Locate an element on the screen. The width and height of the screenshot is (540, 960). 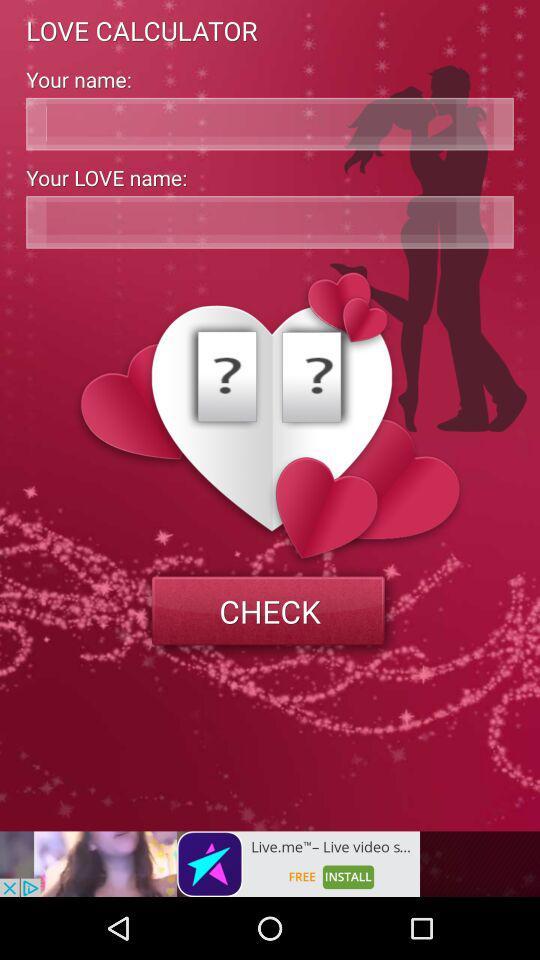
advertisement is located at coordinates (209, 863).